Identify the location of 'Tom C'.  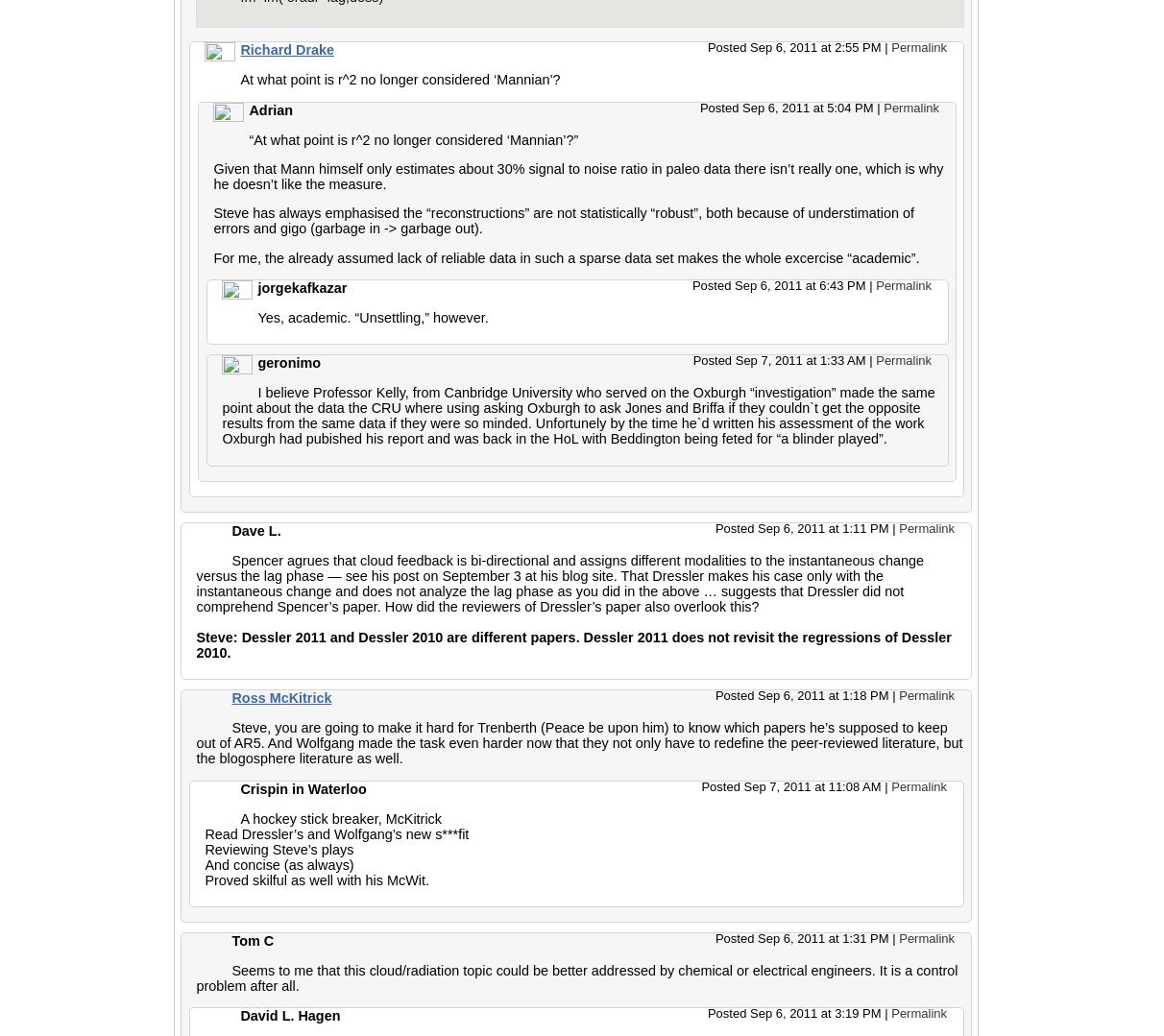
(253, 939).